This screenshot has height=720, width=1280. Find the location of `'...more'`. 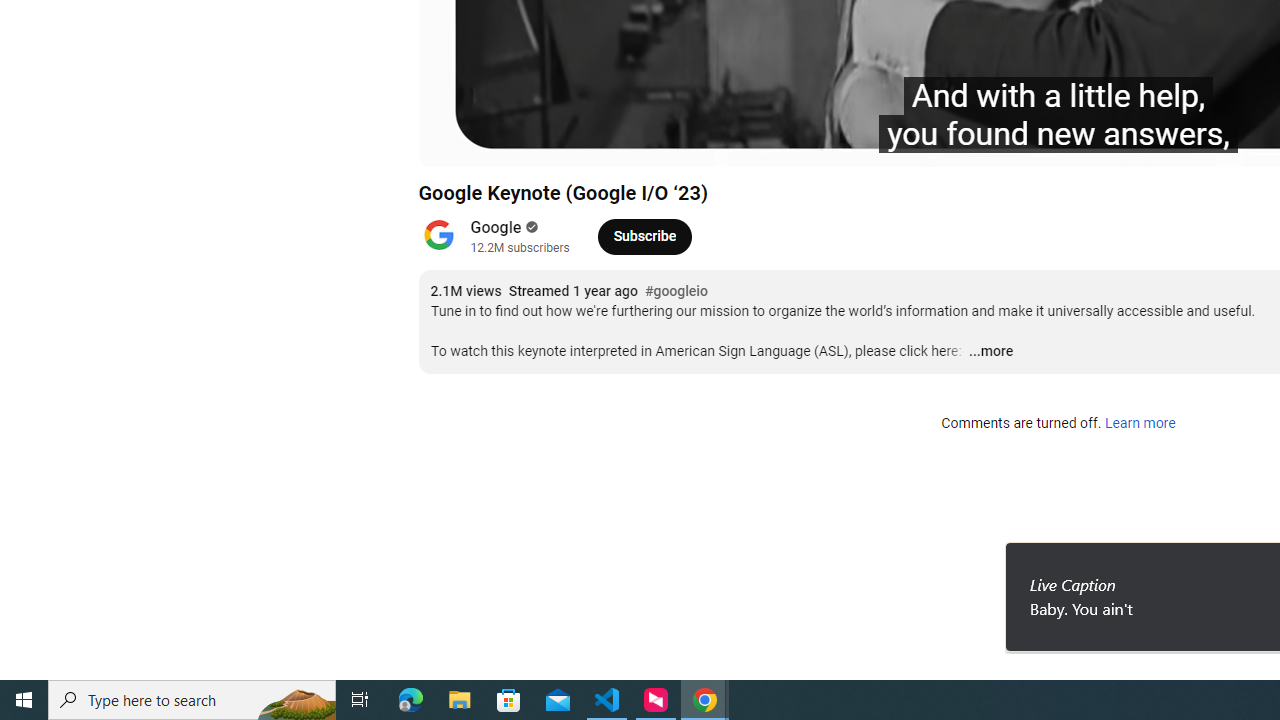

'...more' is located at coordinates (990, 351).